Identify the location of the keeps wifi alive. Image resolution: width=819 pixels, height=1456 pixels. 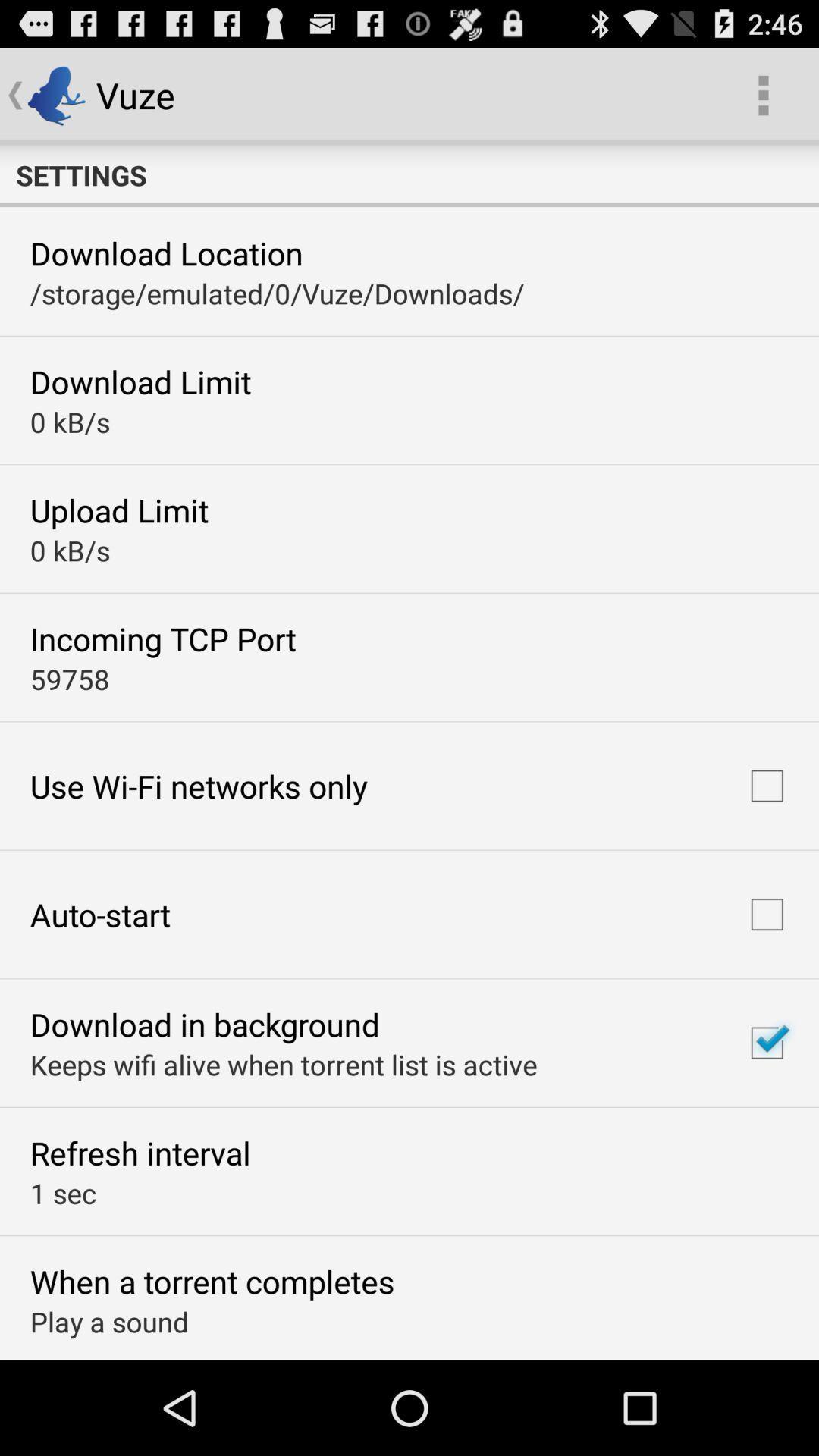
(284, 1063).